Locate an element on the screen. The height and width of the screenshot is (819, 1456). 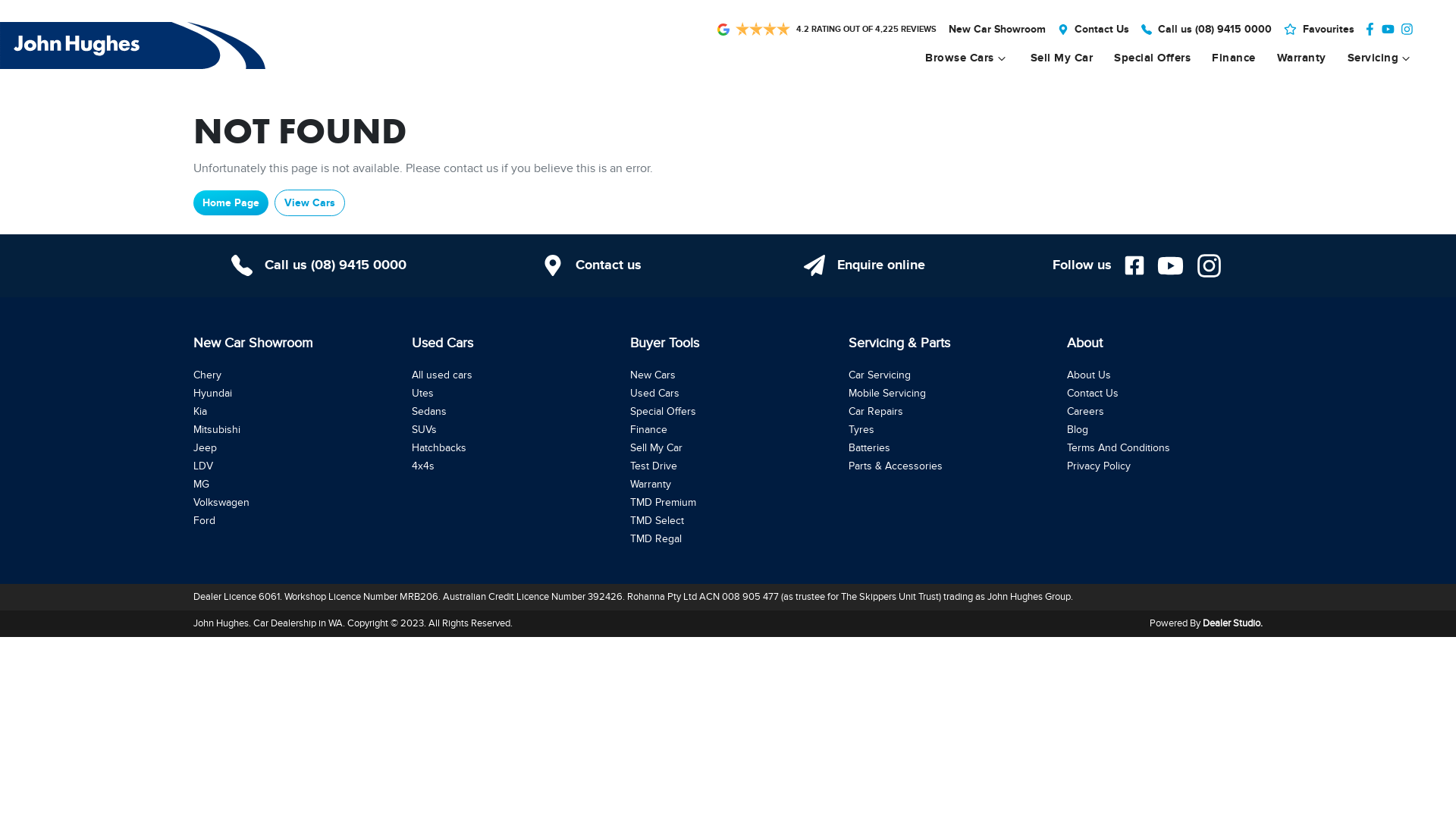
'Volkswagen' is located at coordinates (221, 502).